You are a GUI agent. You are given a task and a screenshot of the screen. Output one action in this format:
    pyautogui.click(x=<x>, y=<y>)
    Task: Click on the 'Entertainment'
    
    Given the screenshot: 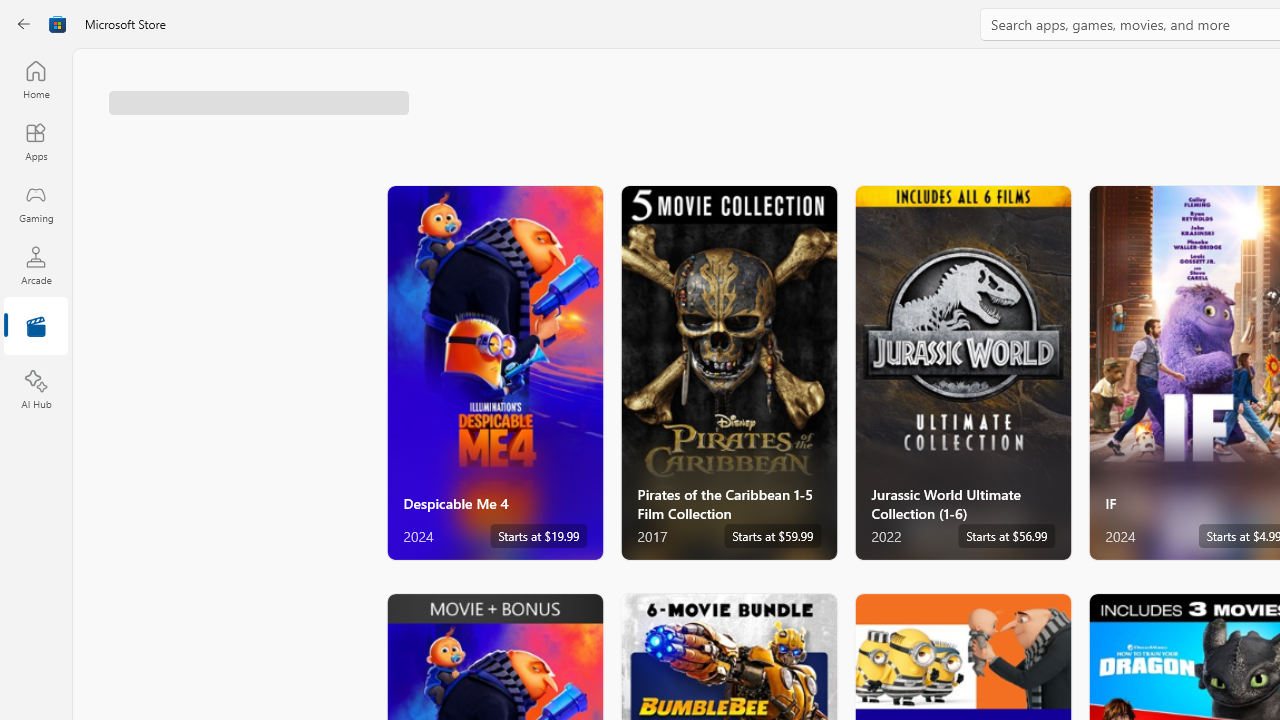 What is the action you would take?
    pyautogui.click(x=35, y=326)
    